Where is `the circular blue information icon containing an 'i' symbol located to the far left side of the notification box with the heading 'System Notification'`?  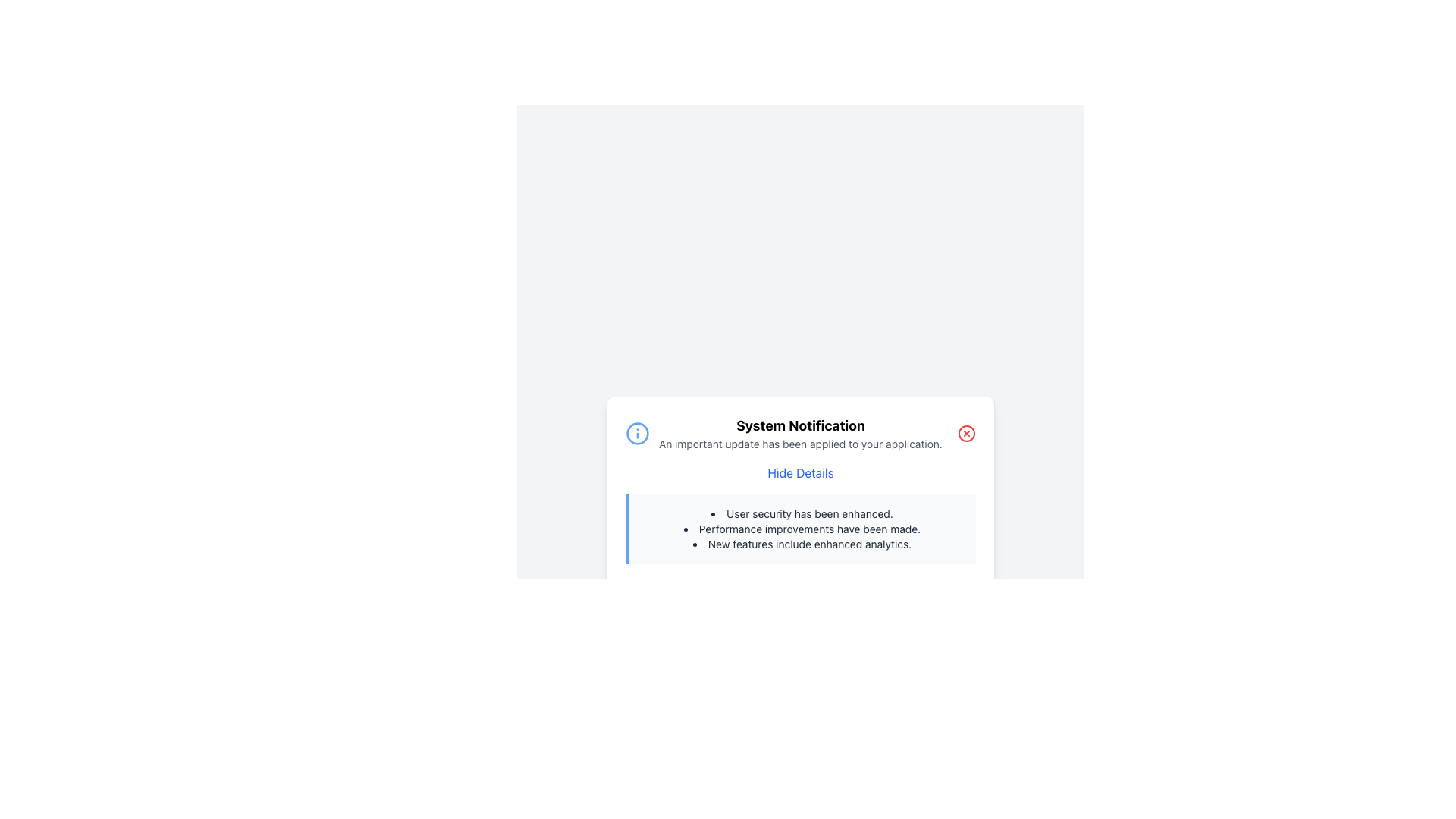
the circular blue information icon containing an 'i' symbol located to the far left side of the notification box with the heading 'System Notification' is located at coordinates (637, 433).